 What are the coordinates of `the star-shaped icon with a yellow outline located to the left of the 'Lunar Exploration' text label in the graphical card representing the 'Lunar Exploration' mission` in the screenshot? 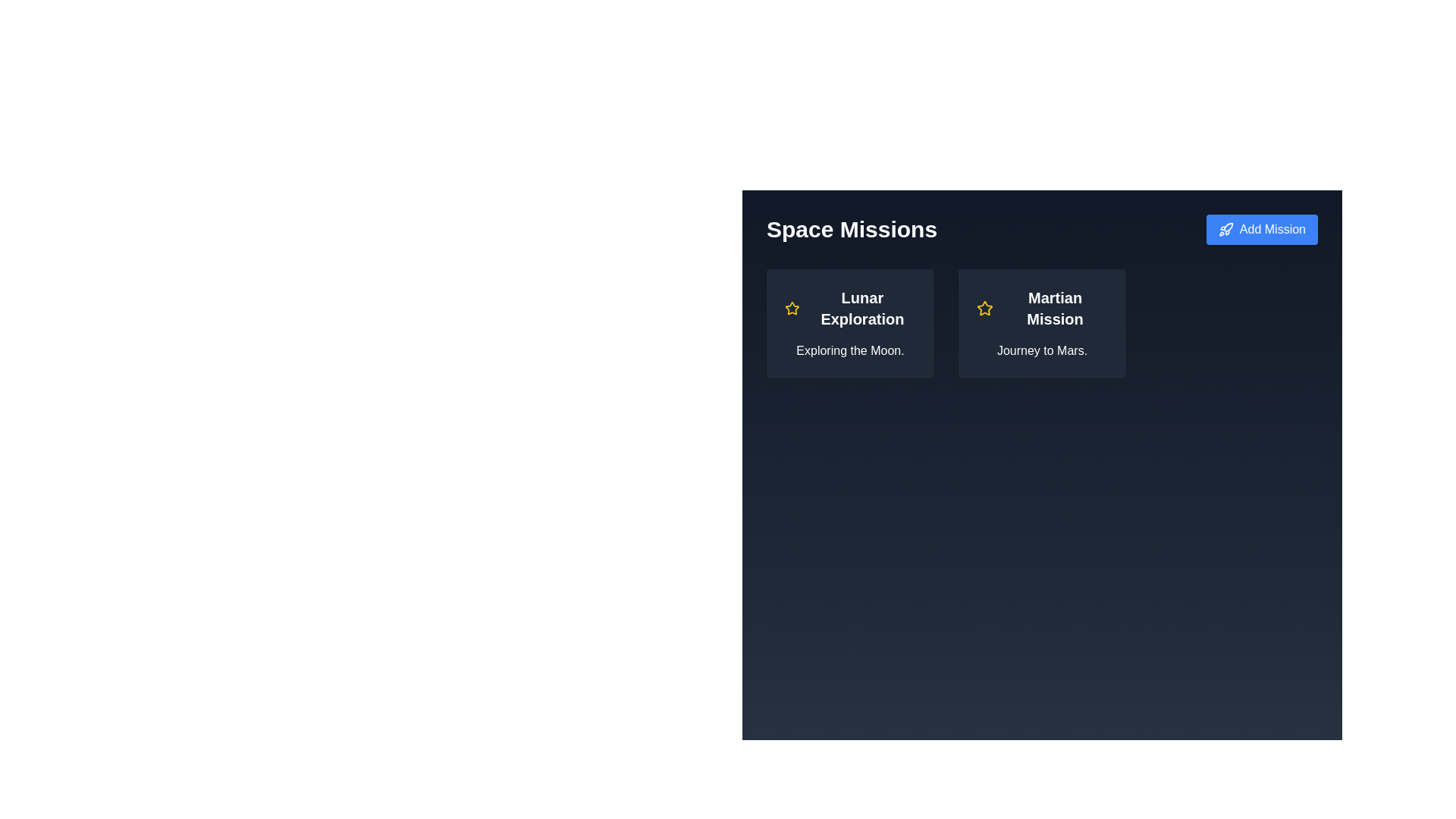 It's located at (985, 307).